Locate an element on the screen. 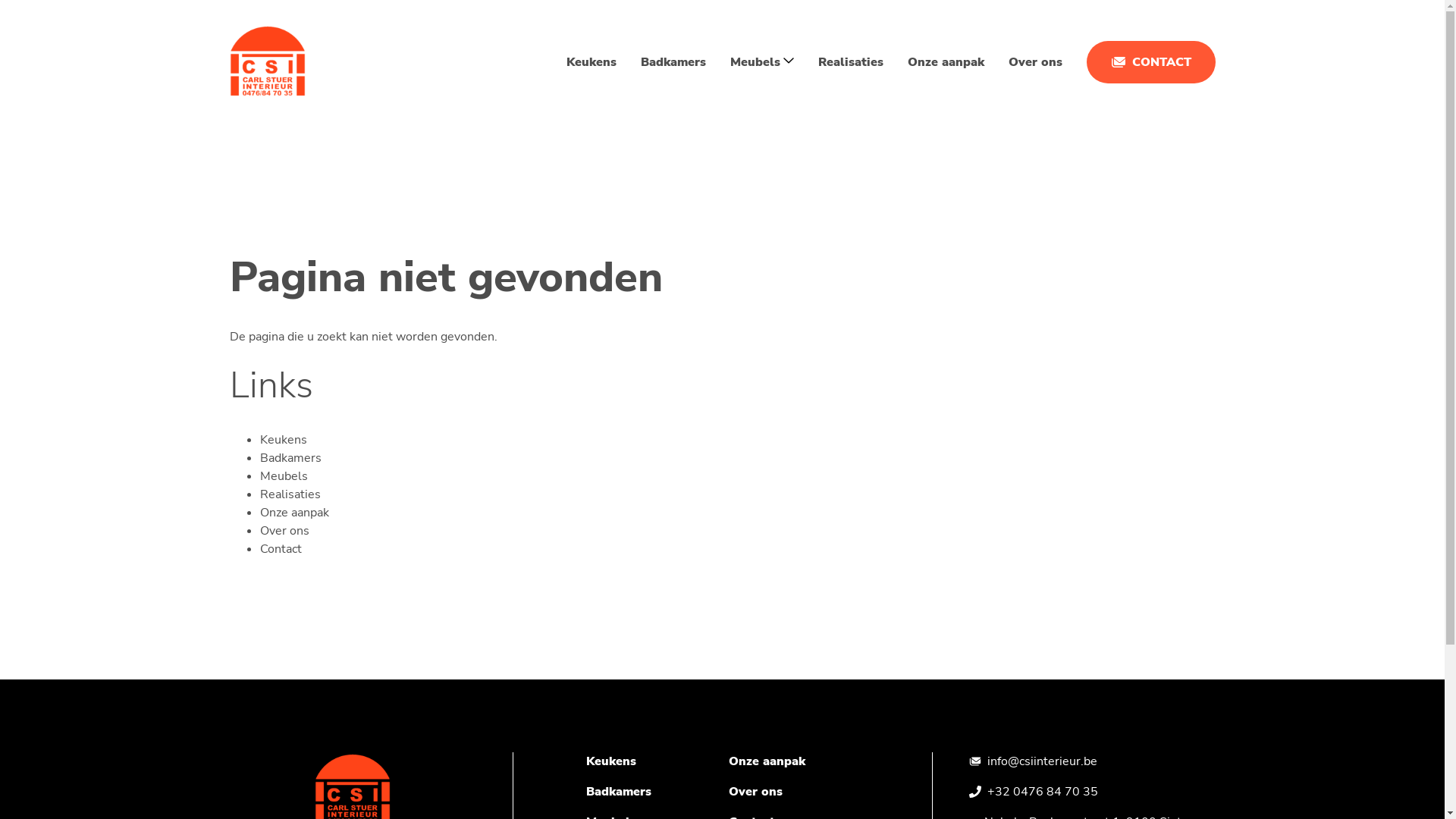 The image size is (1456, 819). 'Badkamers' is located at coordinates (640, 61).